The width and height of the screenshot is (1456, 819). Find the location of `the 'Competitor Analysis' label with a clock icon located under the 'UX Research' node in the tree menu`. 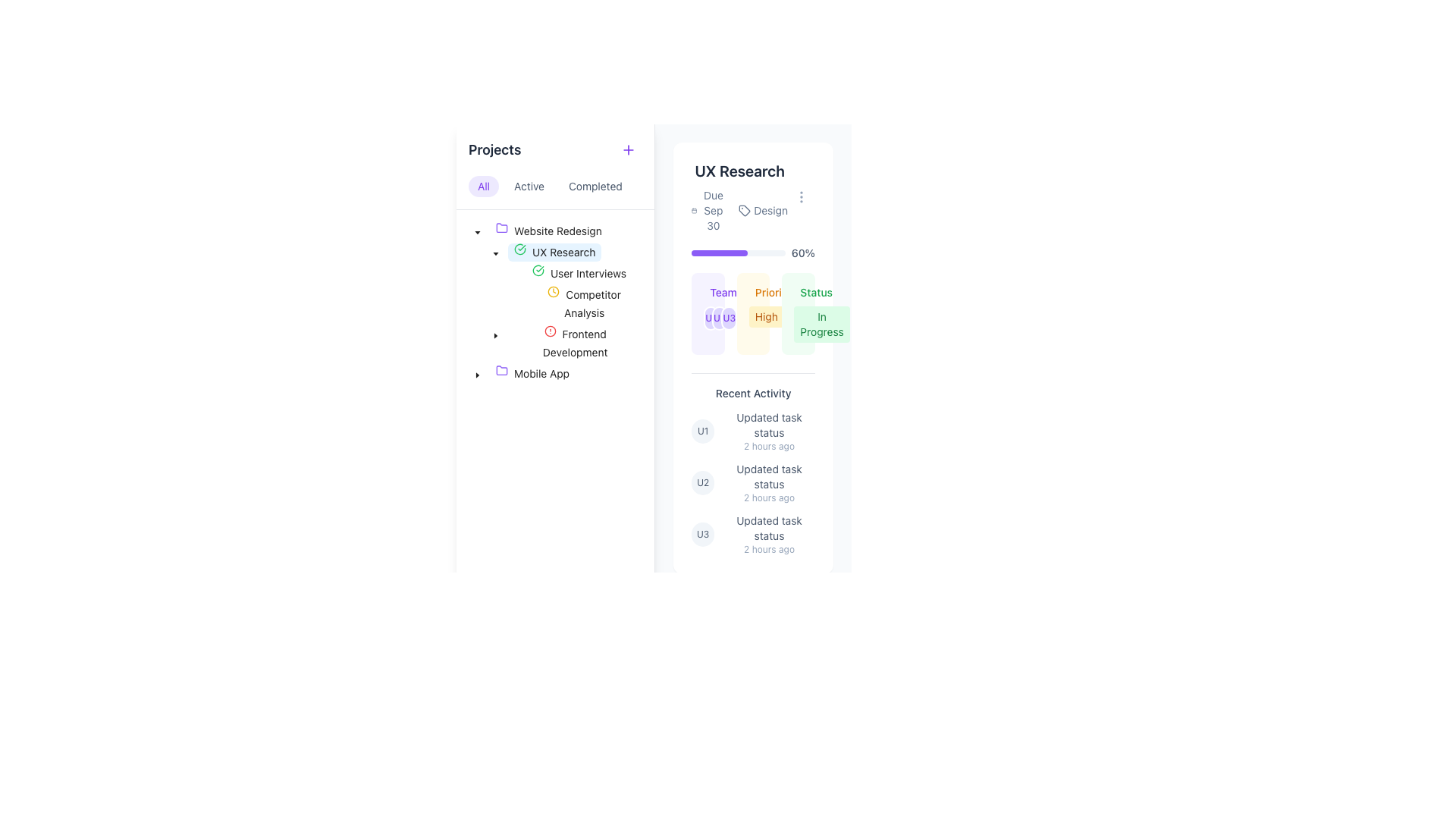

the 'Competitor Analysis' label with a clock icon located under the 'UX Research' node in the tree menu is located at coordinates (583, 304).